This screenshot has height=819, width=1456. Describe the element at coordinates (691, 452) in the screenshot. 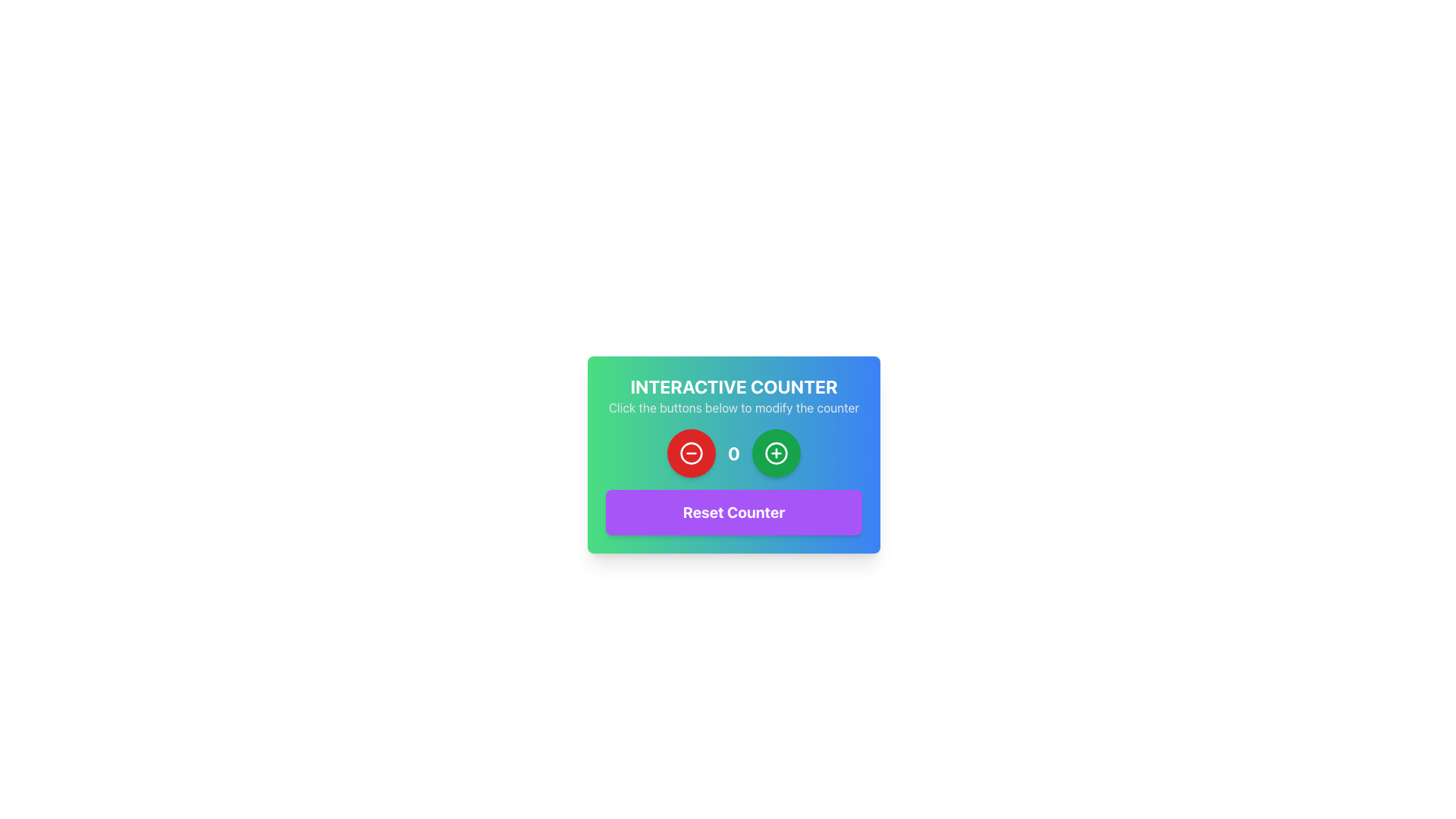

I see `the leftmost circular button used for decrementing the counter value to trigger hover effects` at that location.